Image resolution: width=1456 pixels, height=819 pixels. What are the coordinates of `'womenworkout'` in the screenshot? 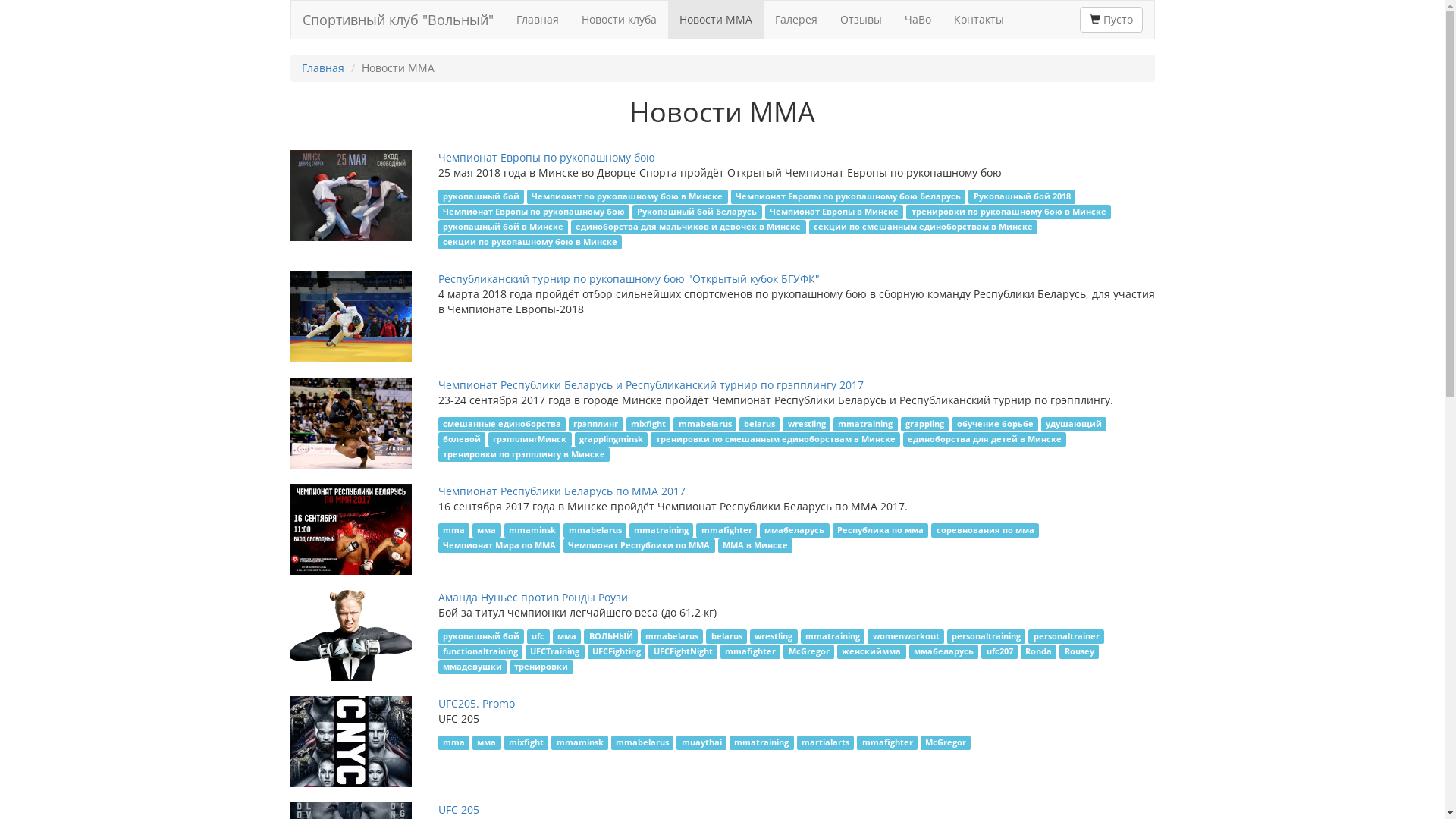 It's located at (905, 636).